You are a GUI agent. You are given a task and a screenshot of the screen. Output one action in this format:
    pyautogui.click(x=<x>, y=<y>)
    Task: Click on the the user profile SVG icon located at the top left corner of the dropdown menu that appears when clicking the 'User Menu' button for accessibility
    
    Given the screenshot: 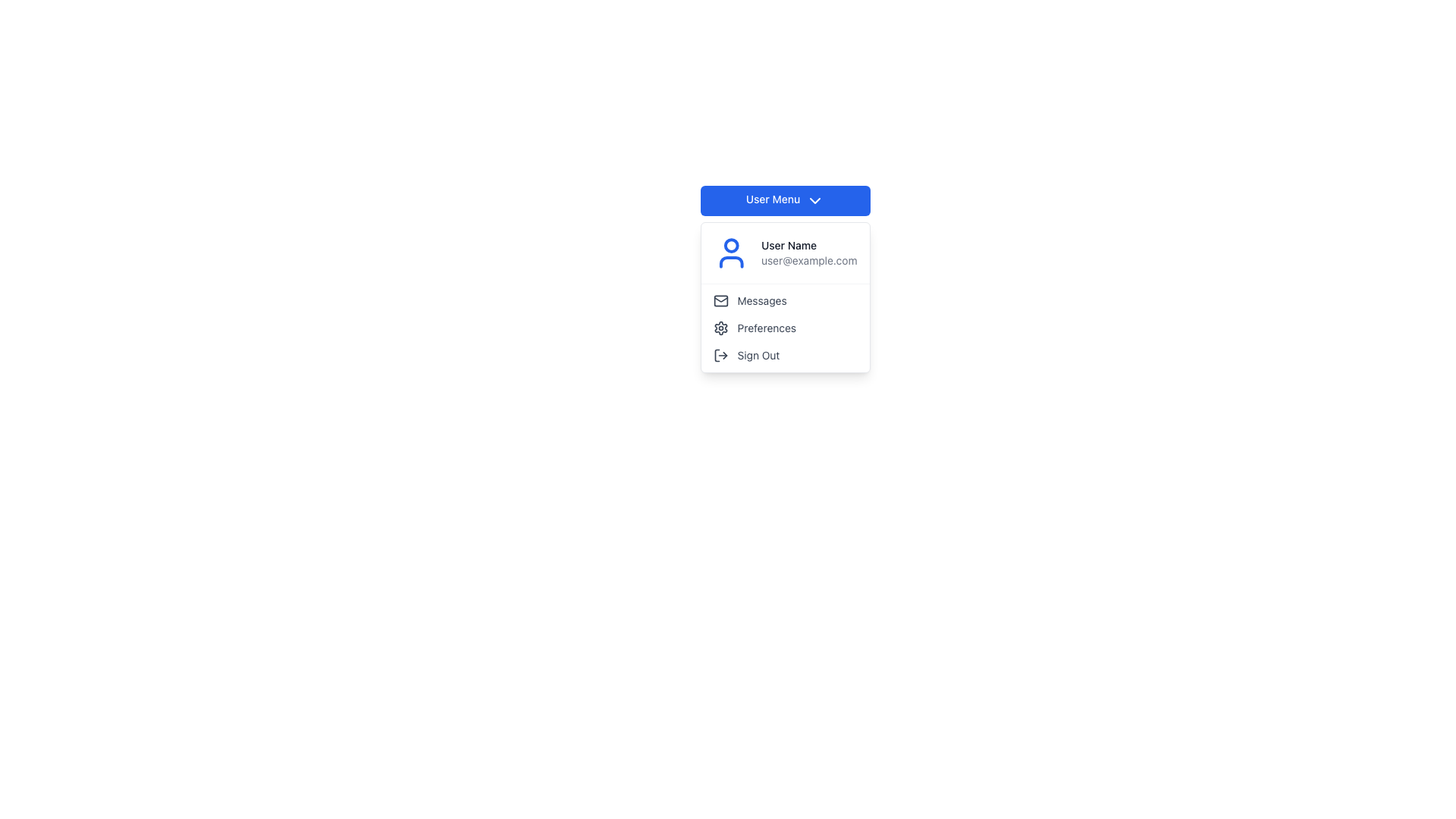 What is the action you would take?
    pyautogui.click(x=731, y=261)
    